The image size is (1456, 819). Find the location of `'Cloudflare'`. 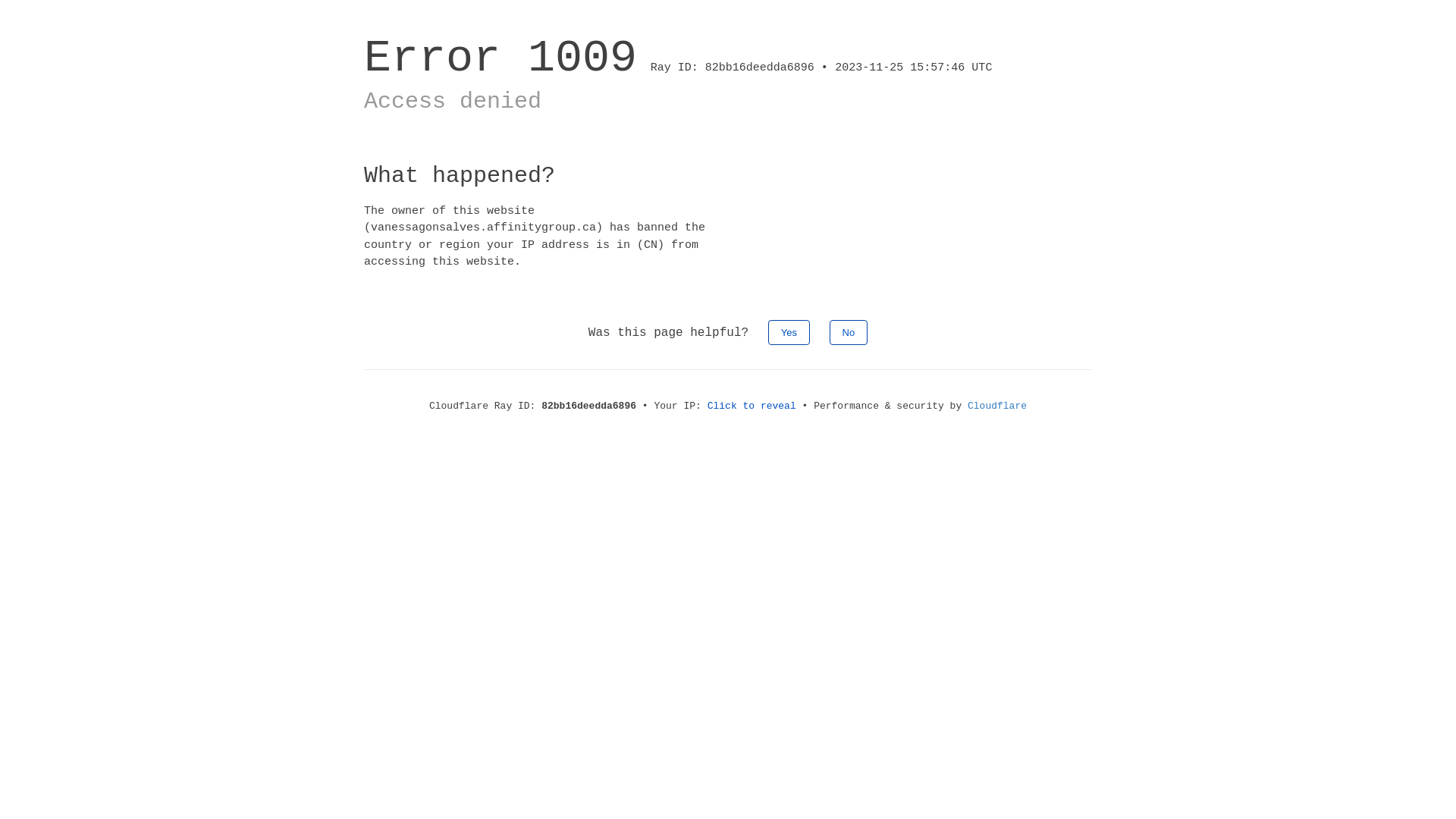

'Cloudflare' is located at coordinates (997, 405).